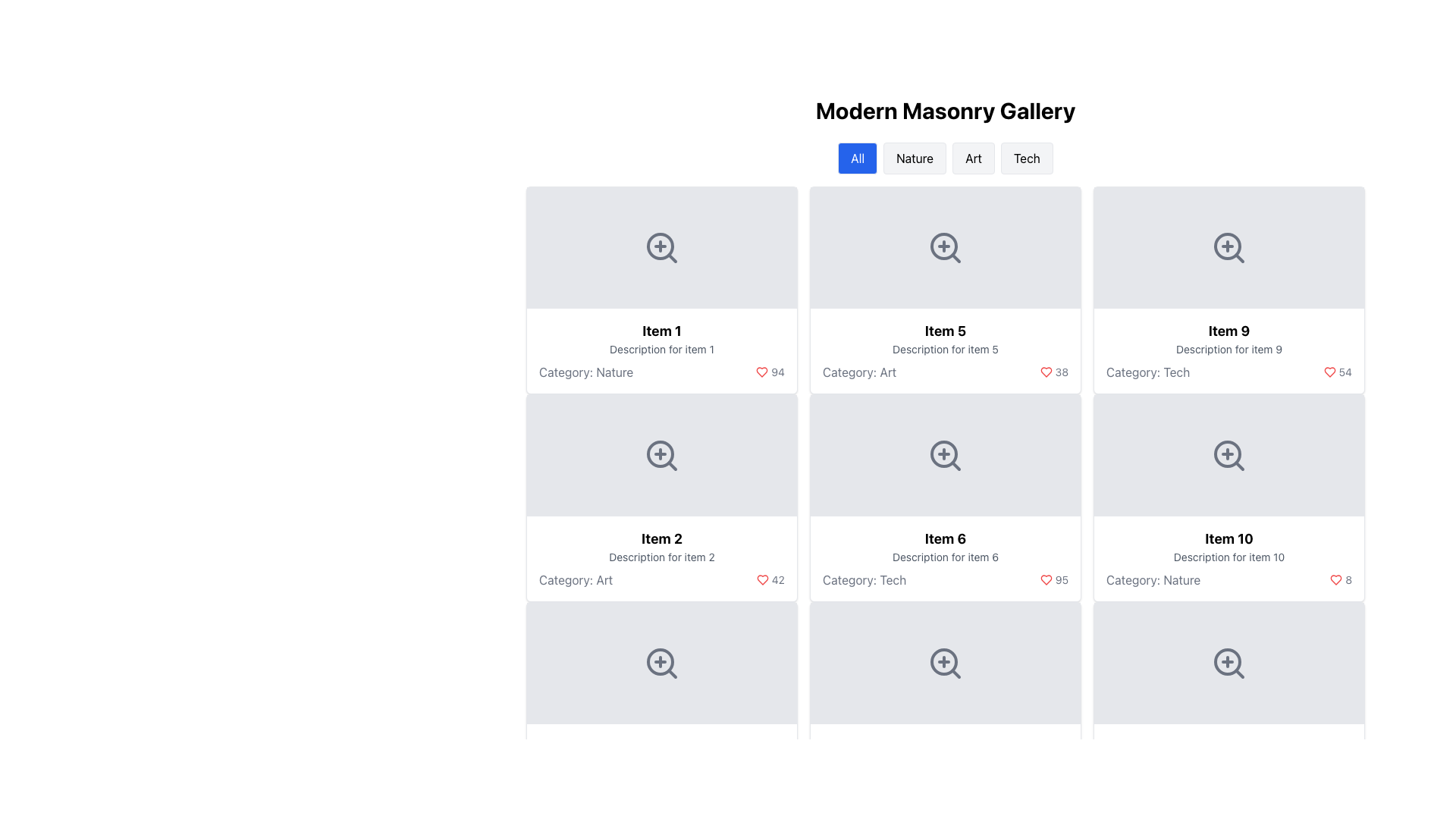 Image resolution: width=1456 pixels, height=819 pixels. What do you see at coordinates (1329, 372) in the screenshot?
I see `the red heart icon to like the item associated with 'Item 9', which is located in the details section of the grid layout` at bounding box center [1329, 372].